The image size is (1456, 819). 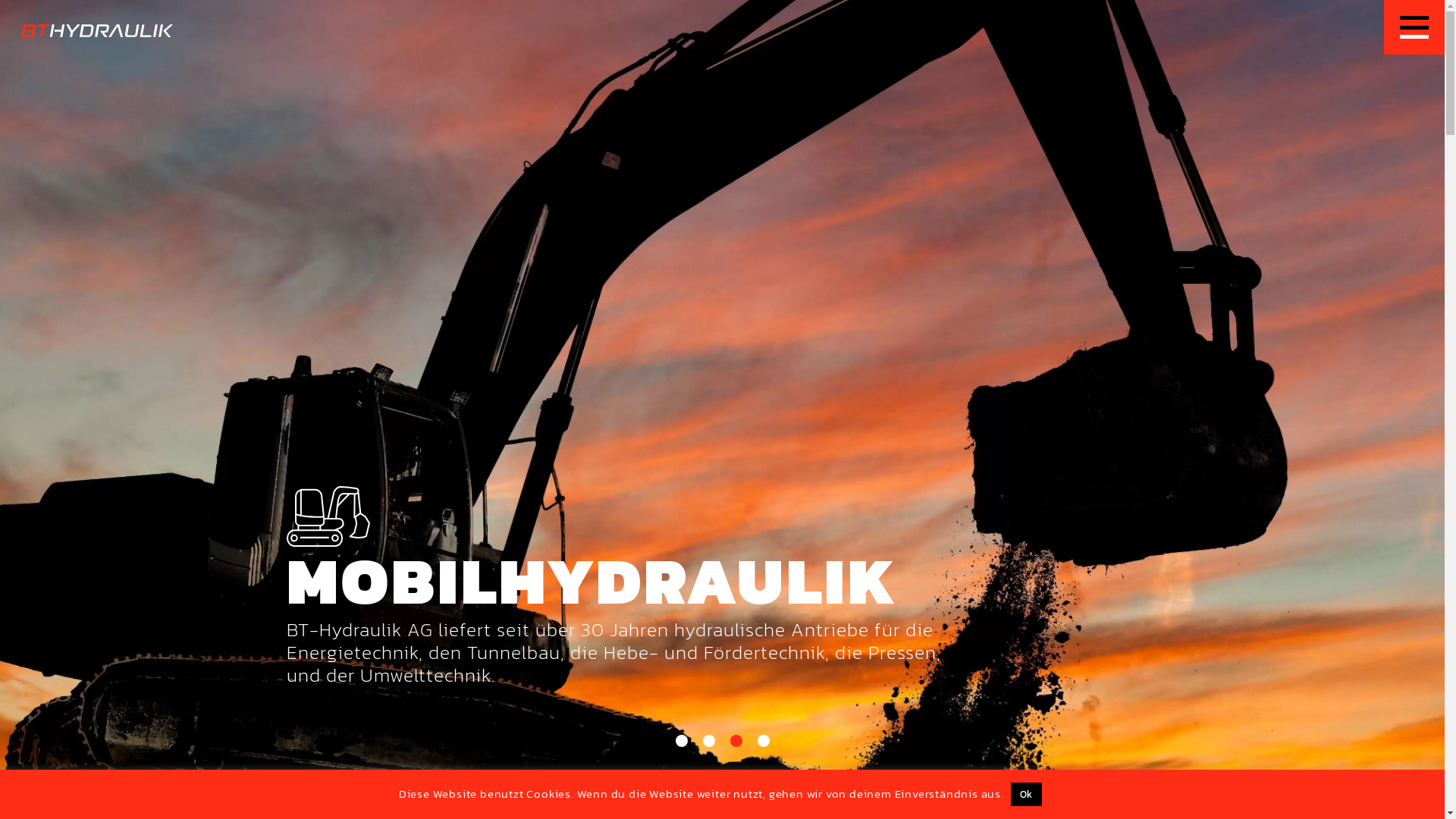 I want to click on 'Ok', so click(x=1026, y=793).